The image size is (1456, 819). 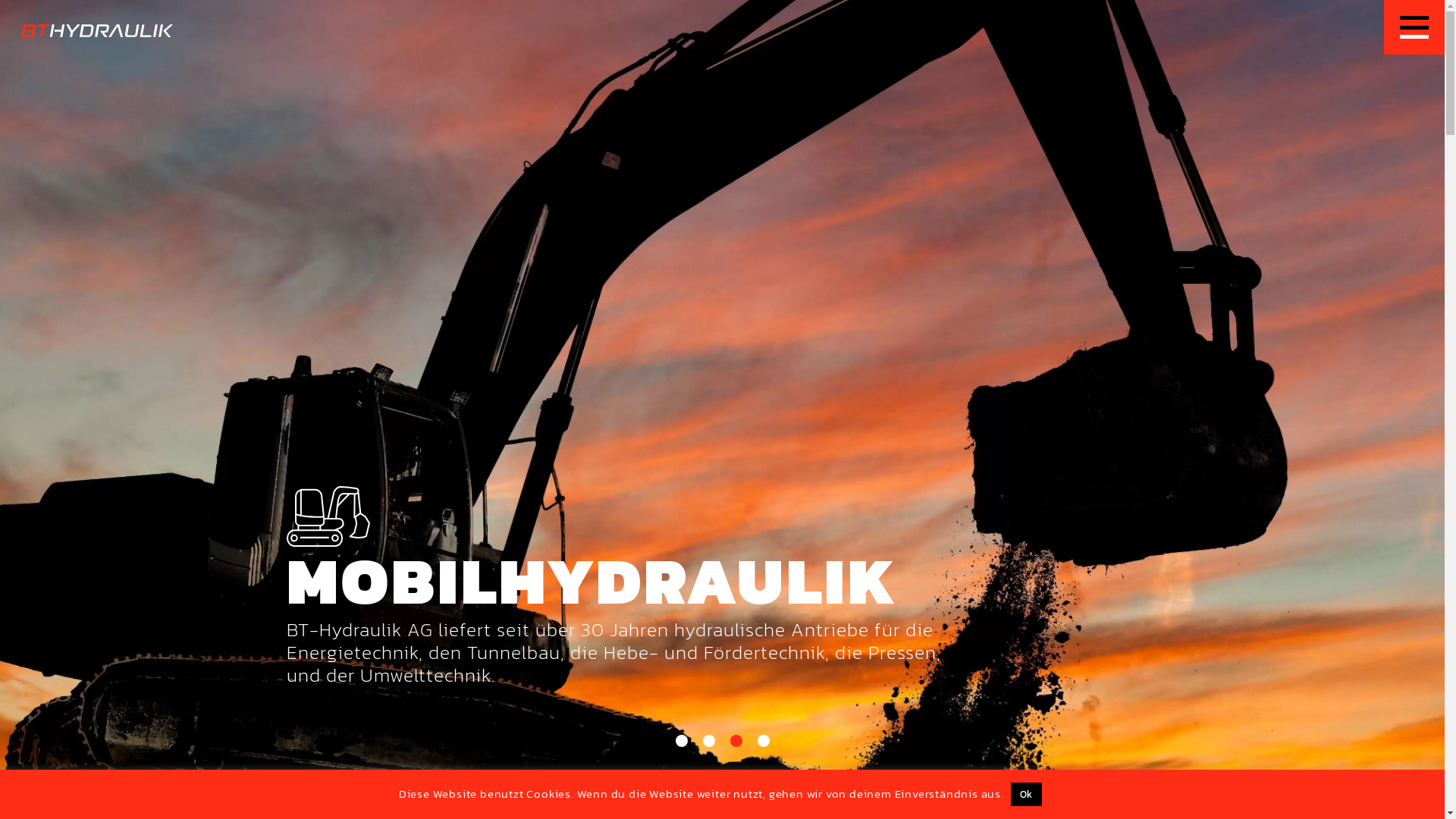 I want to click on 'Ok', so click(x=1026, y=793).